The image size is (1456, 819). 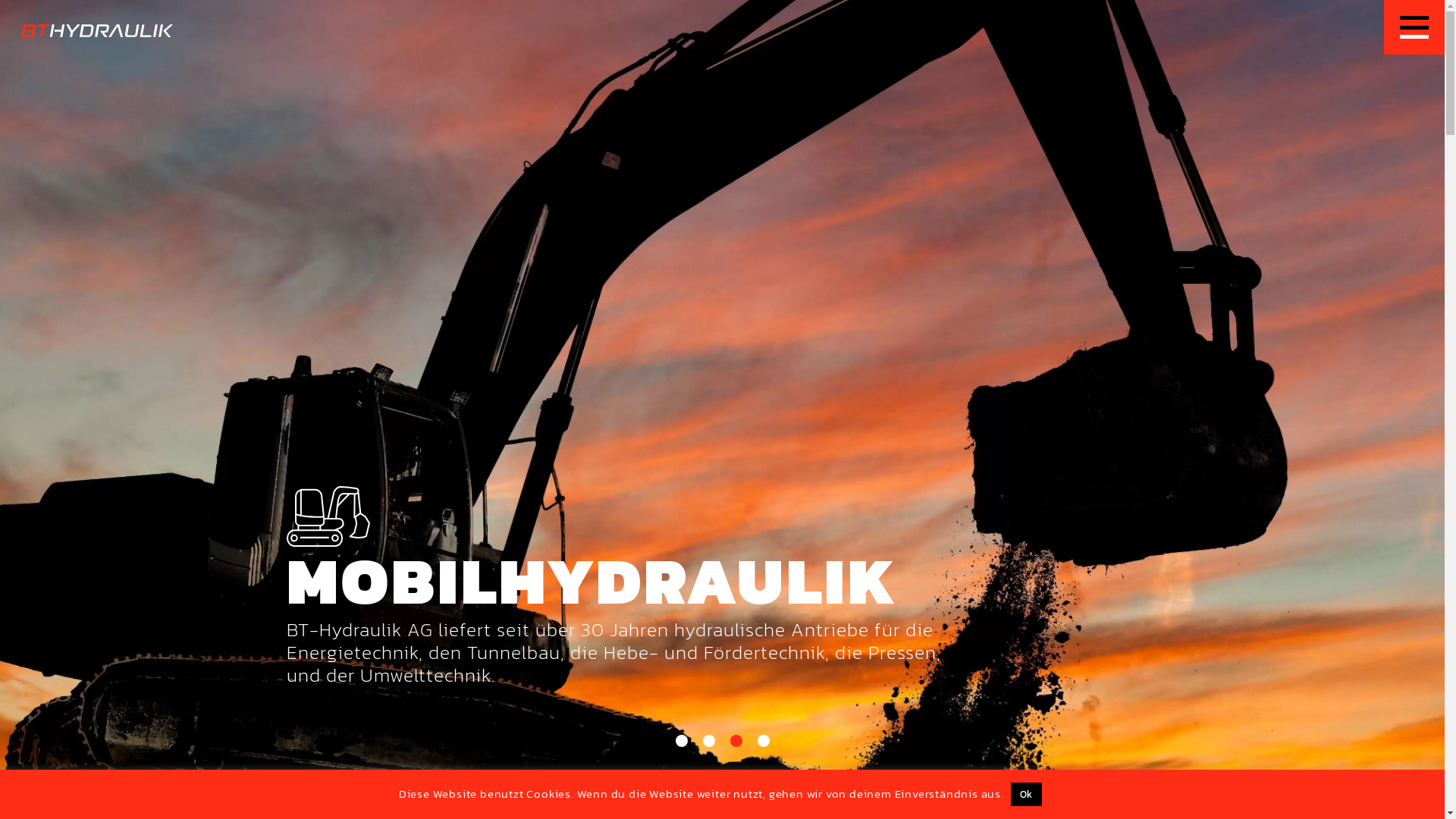 I want to click on 'Ok', so click(x=1026, y=793).